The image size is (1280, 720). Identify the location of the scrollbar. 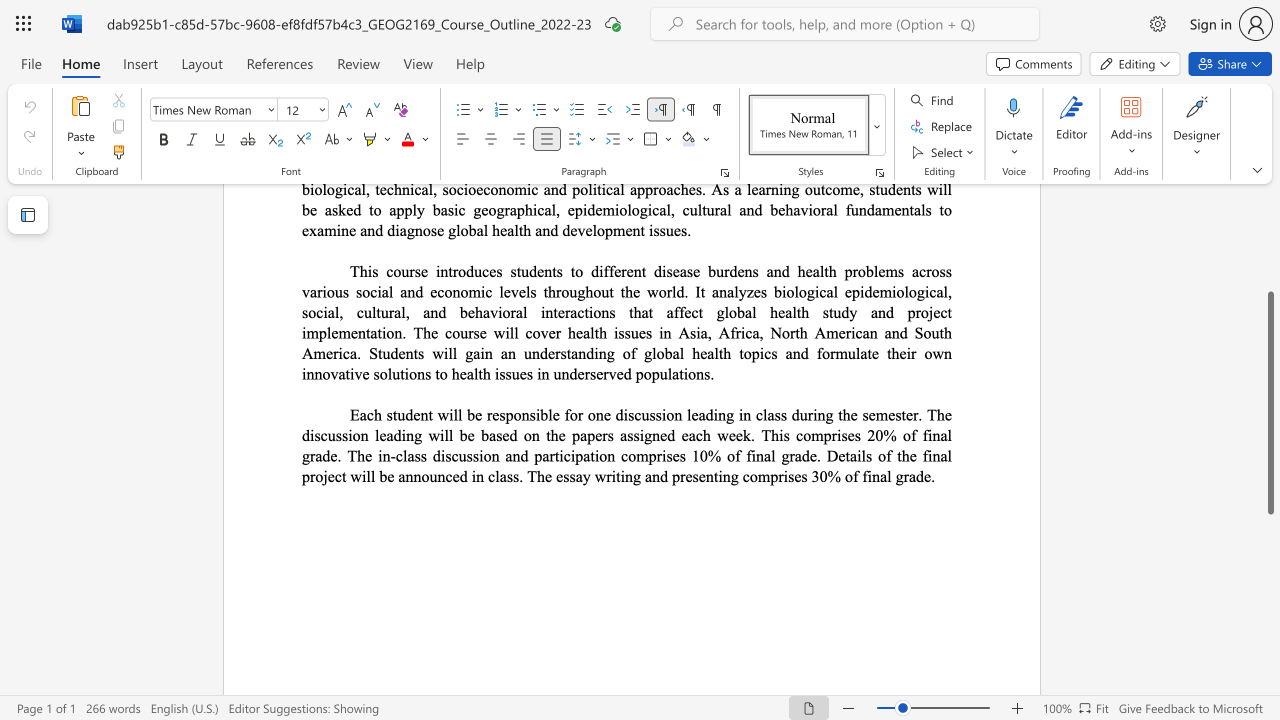
(1269, 238).